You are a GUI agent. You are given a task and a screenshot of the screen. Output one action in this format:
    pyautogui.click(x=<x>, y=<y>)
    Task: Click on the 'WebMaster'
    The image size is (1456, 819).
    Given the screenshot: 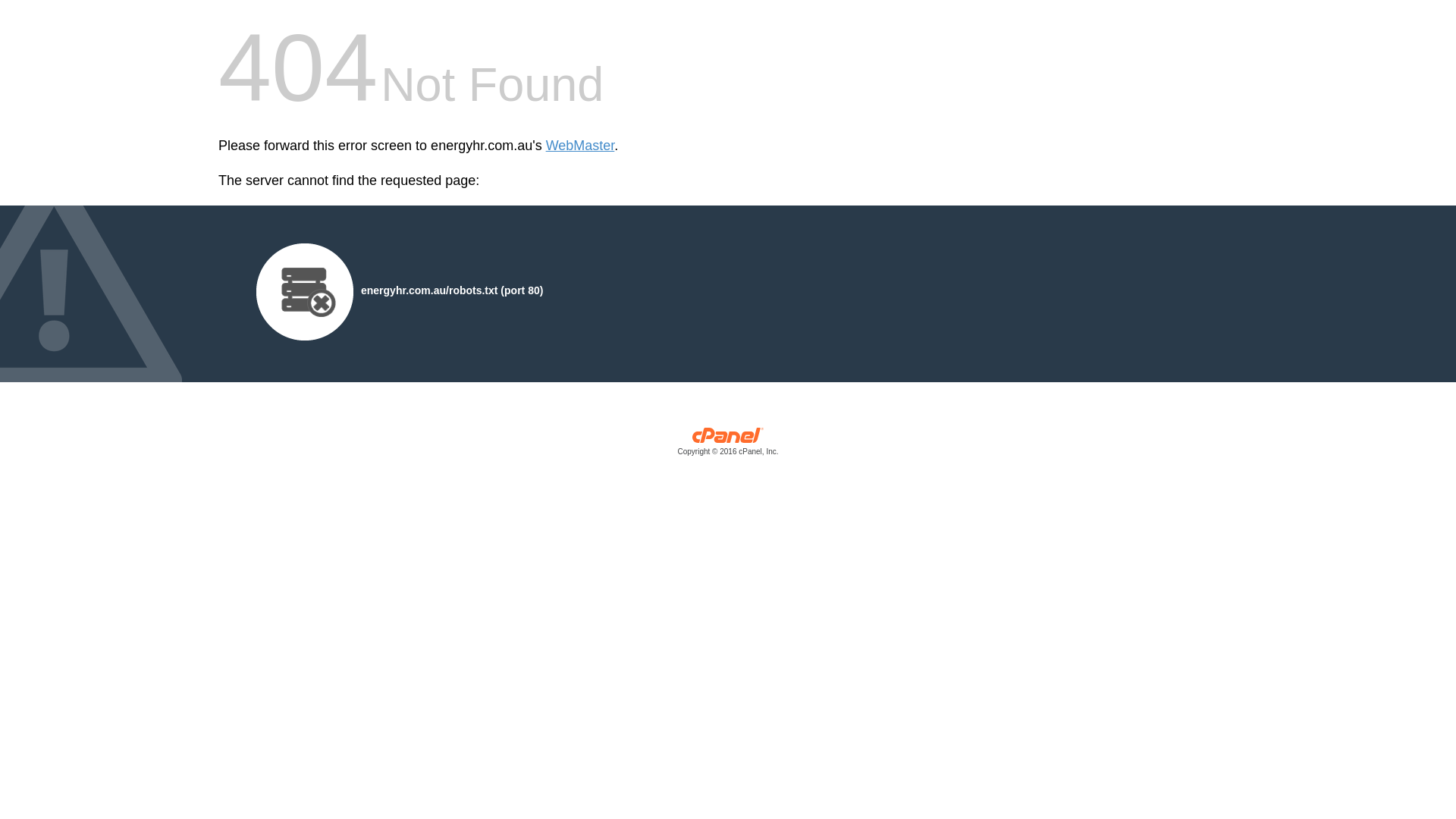 What is the action you would take?
    pyautogui.click(x=546, y=146)
    